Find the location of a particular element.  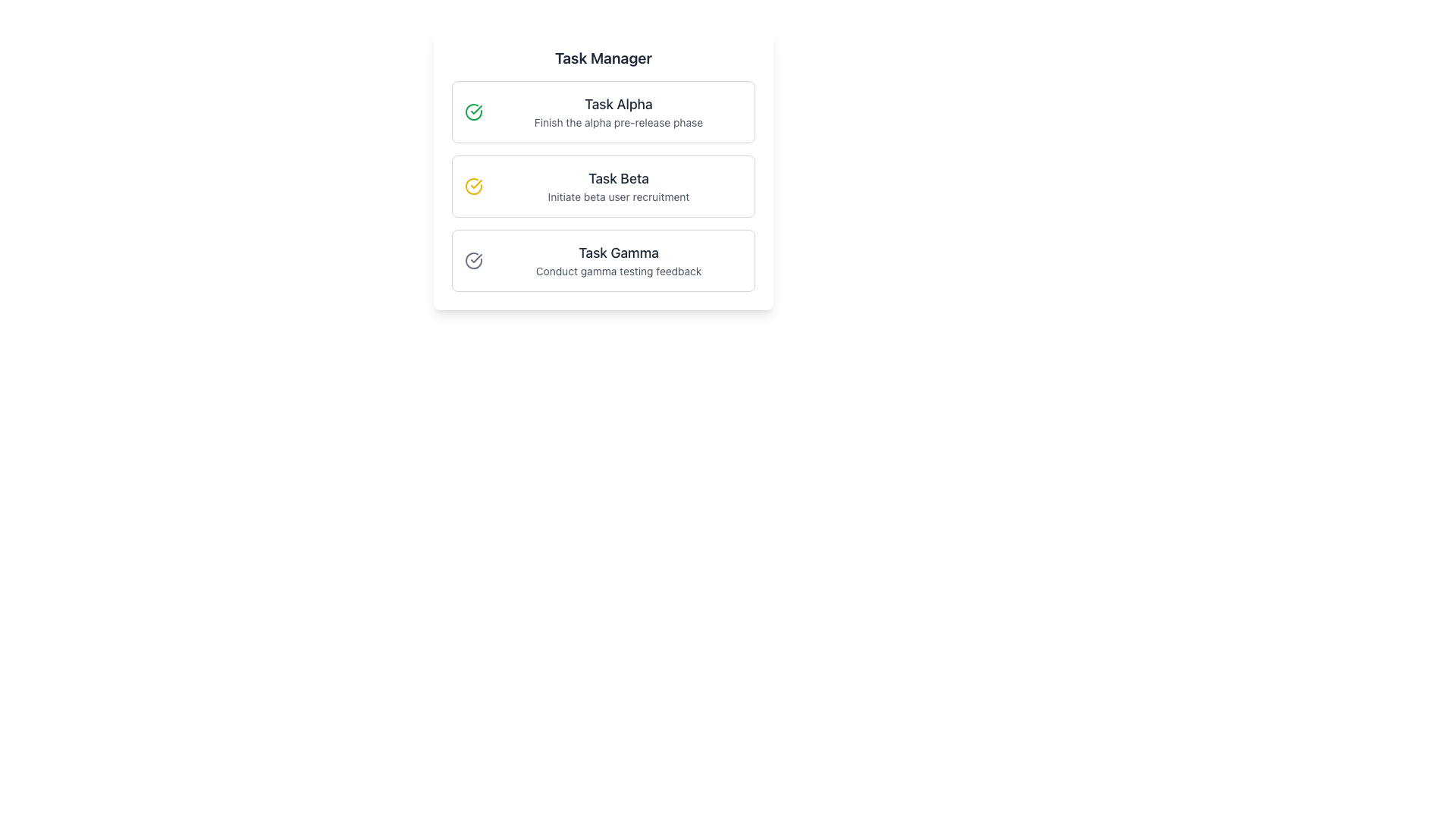

the second task card labeled 'Task Beta' in the task management interface is located at coordinates (603, 186).